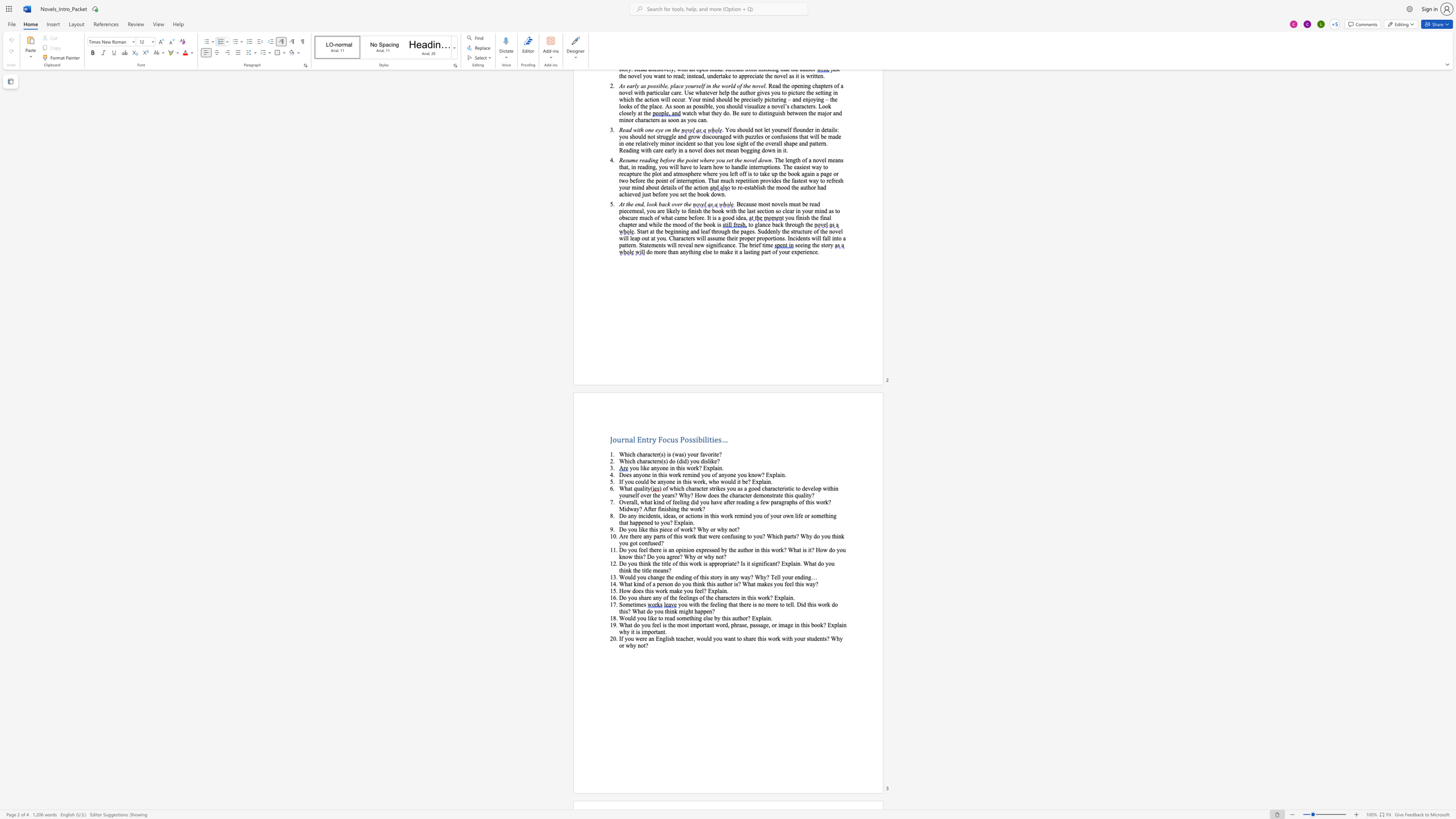 The image size is (1456, 819). I want to click on the 1th character "i" in the text, so click(635, 604).